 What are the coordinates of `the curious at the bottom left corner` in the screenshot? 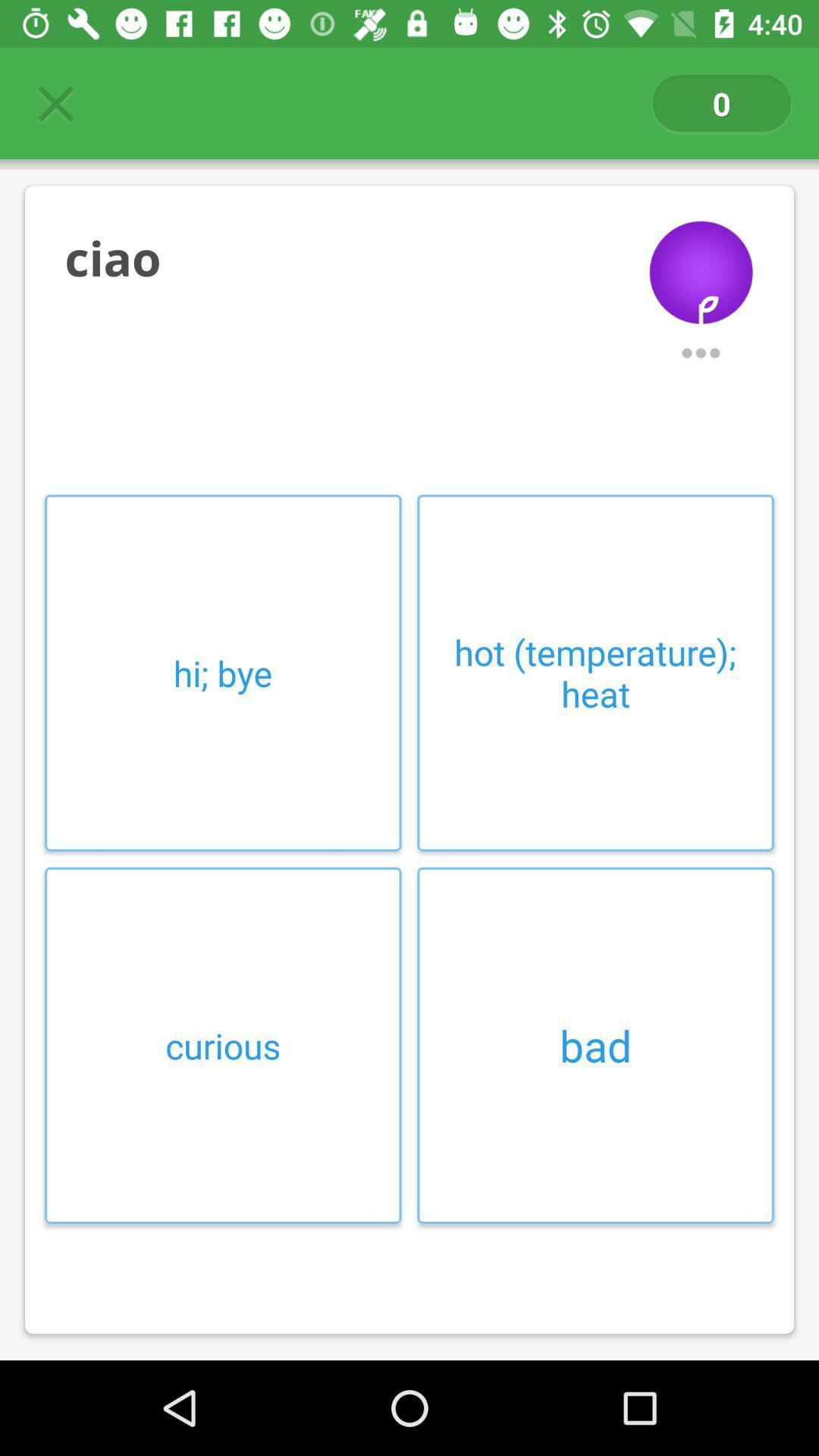 It's located at (223, 1044).